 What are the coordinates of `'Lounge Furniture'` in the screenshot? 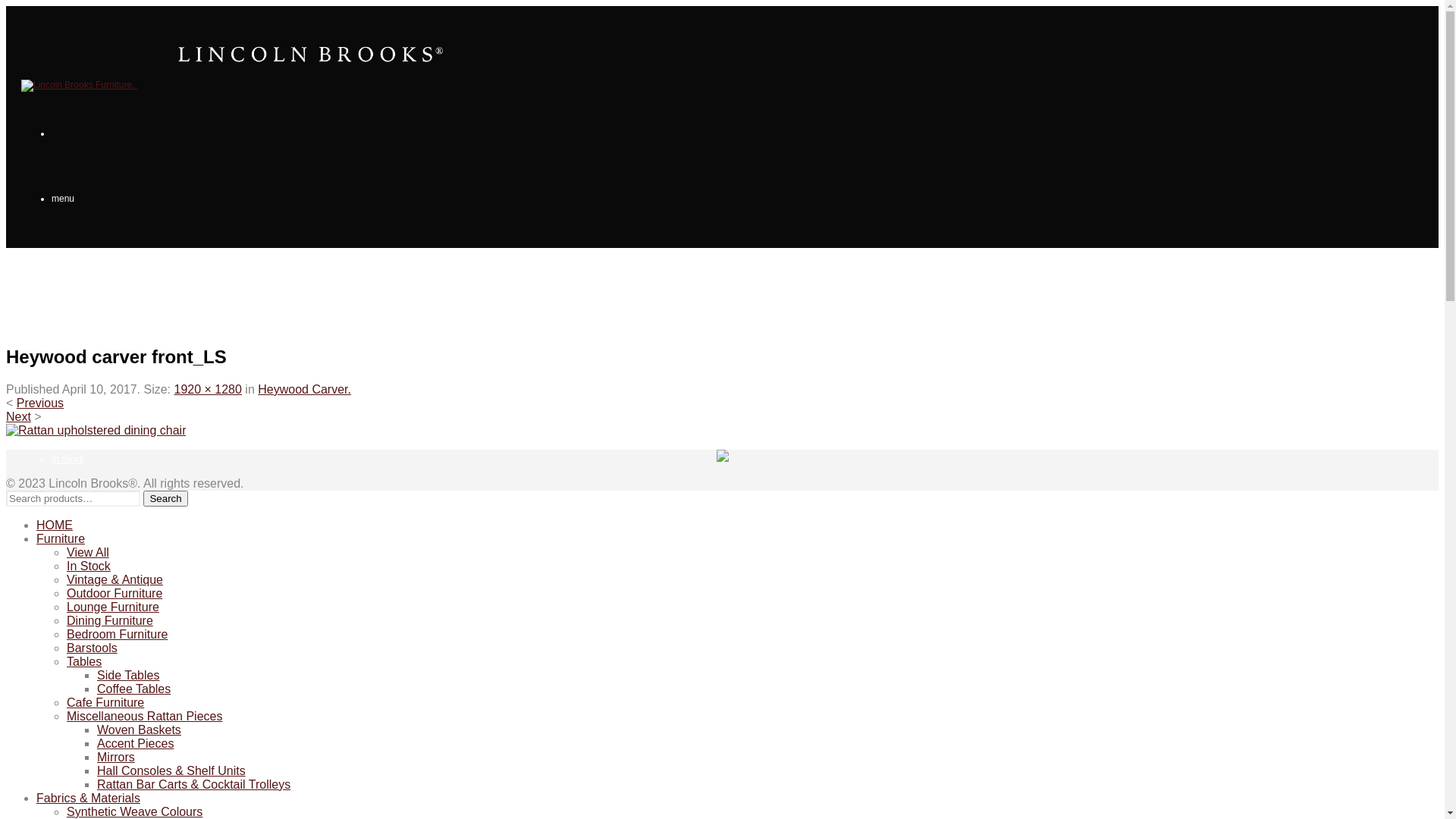 It's located at (65, 606).